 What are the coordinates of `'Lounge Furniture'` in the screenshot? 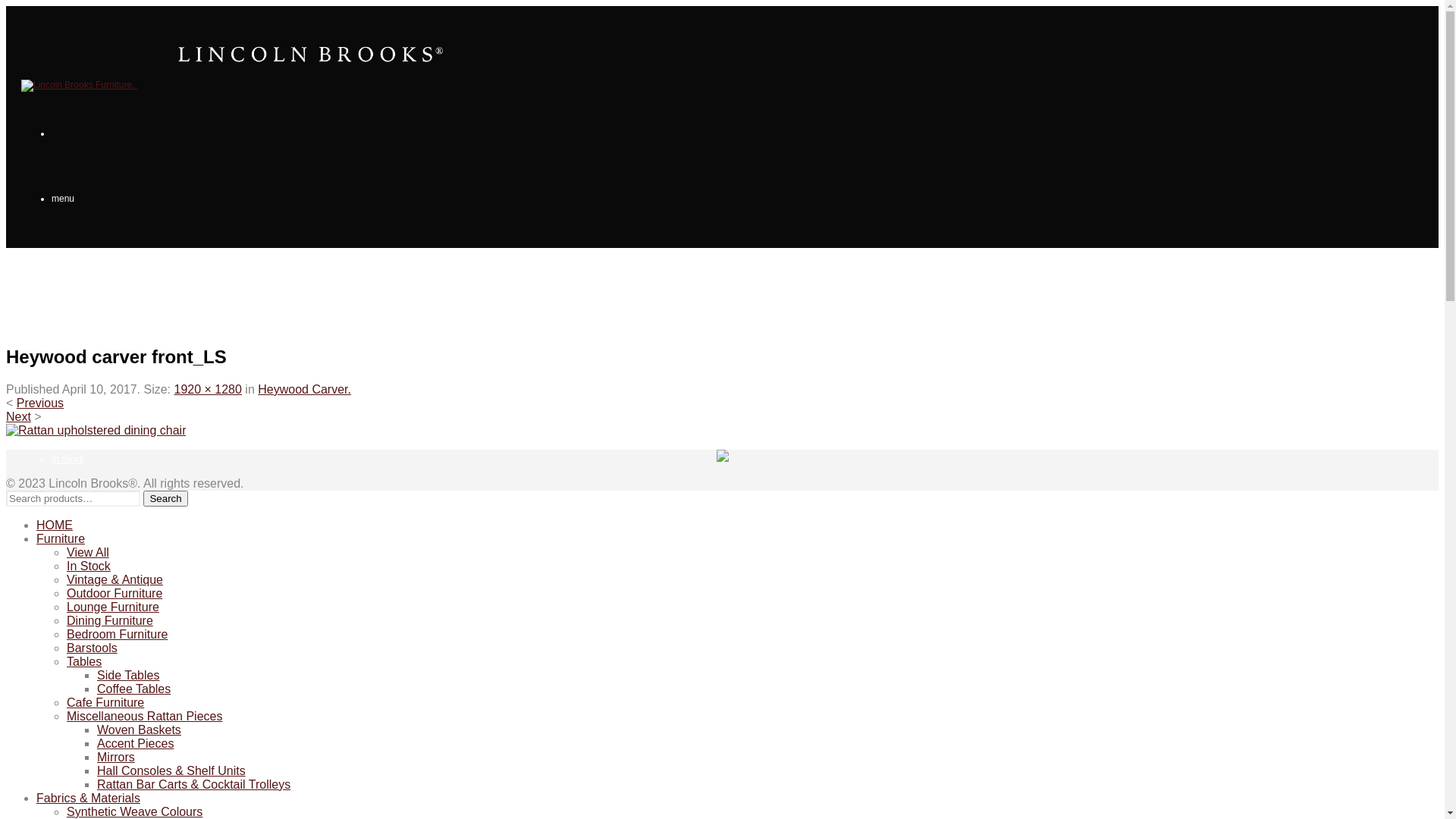 It's located at (65, 606).